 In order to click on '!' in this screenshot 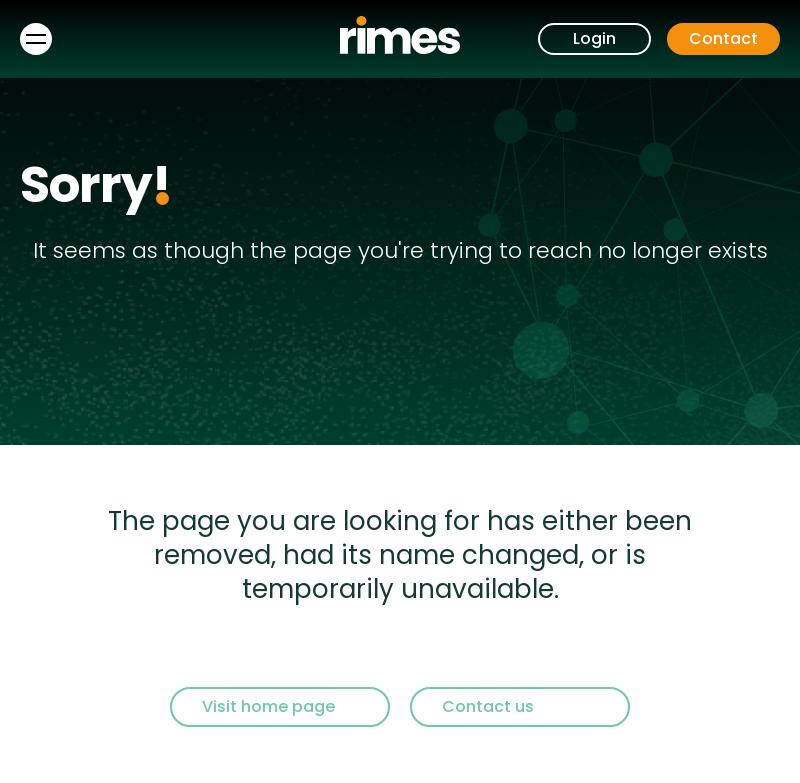, I will do `click(161, 185)`.